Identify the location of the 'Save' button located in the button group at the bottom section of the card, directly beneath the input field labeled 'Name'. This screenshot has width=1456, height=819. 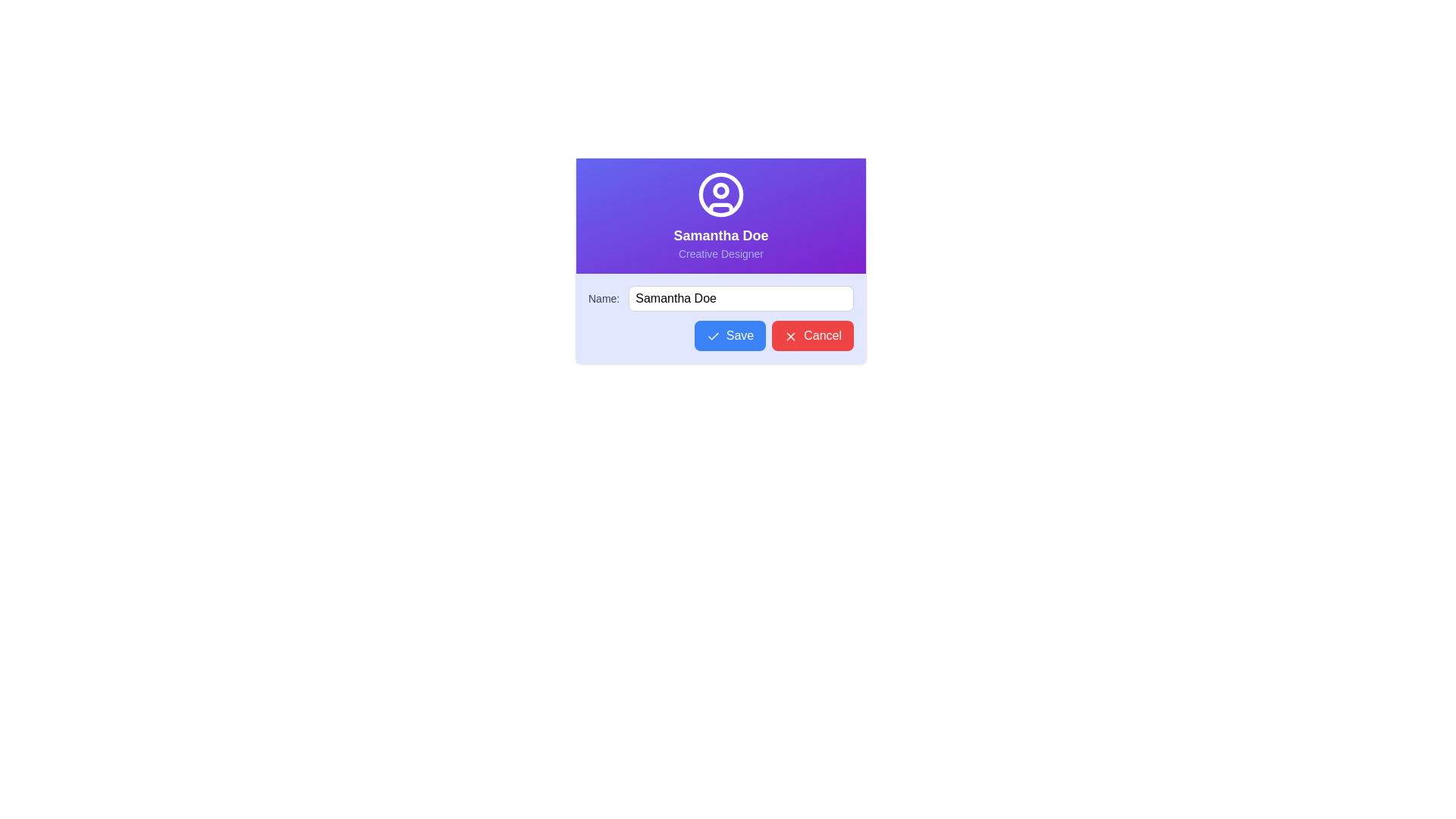
(720, 335).